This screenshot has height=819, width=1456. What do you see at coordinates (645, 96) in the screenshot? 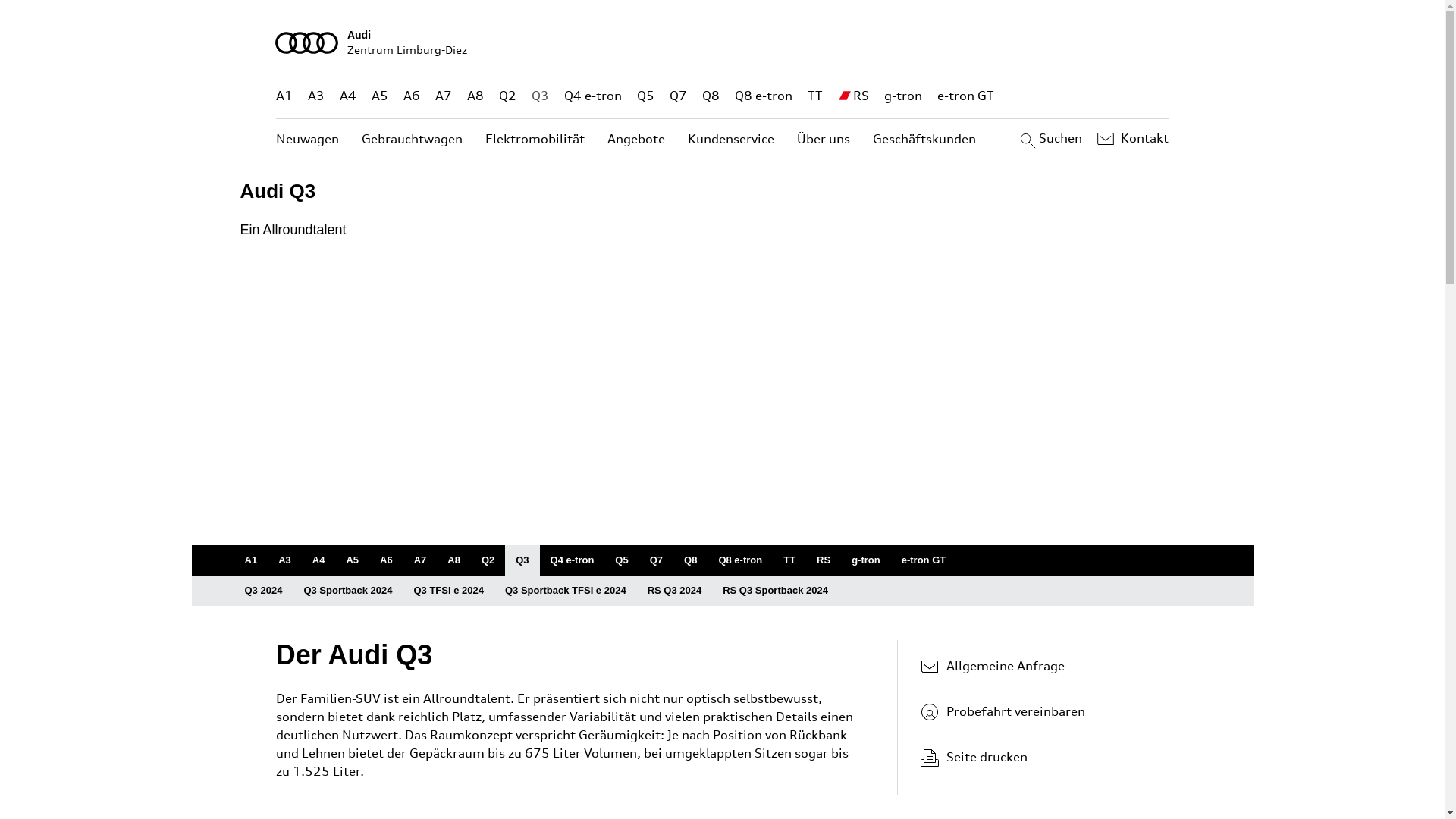
I see `'Q5'` at bounding box center [645, 96].